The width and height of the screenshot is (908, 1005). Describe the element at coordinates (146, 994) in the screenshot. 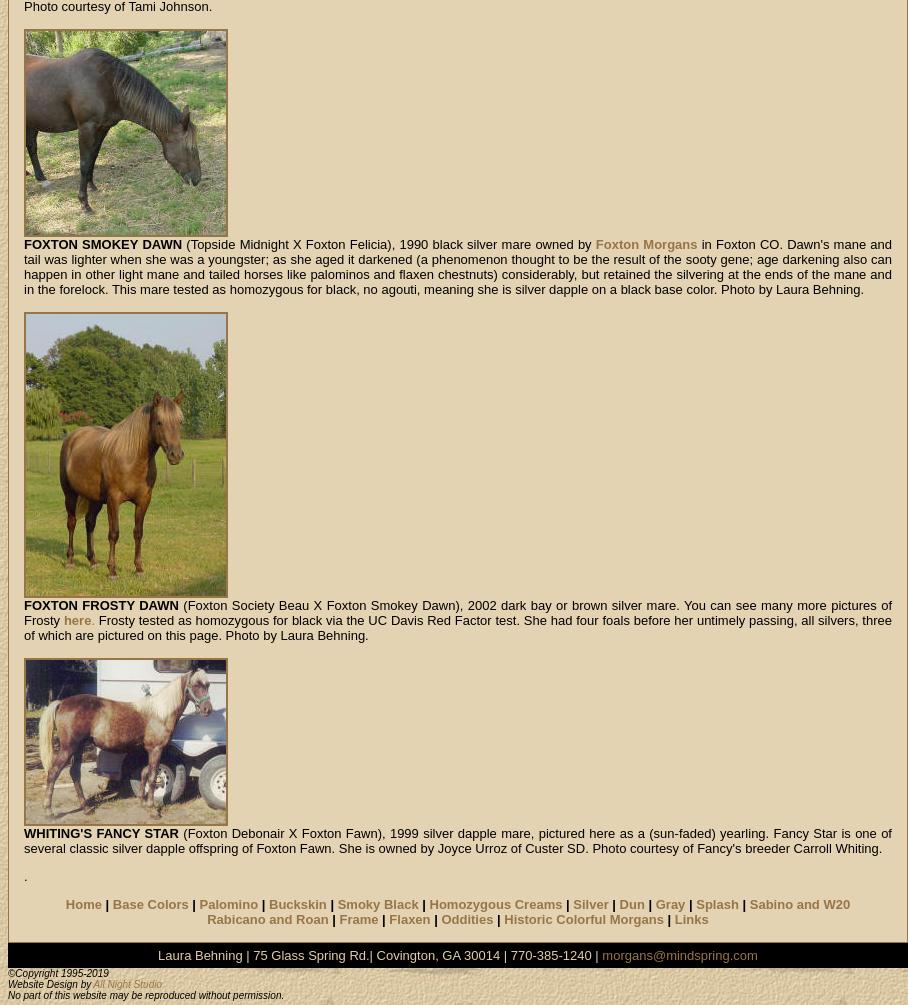

I see `'No part of this website may be reproduced without permission.'` at that location.